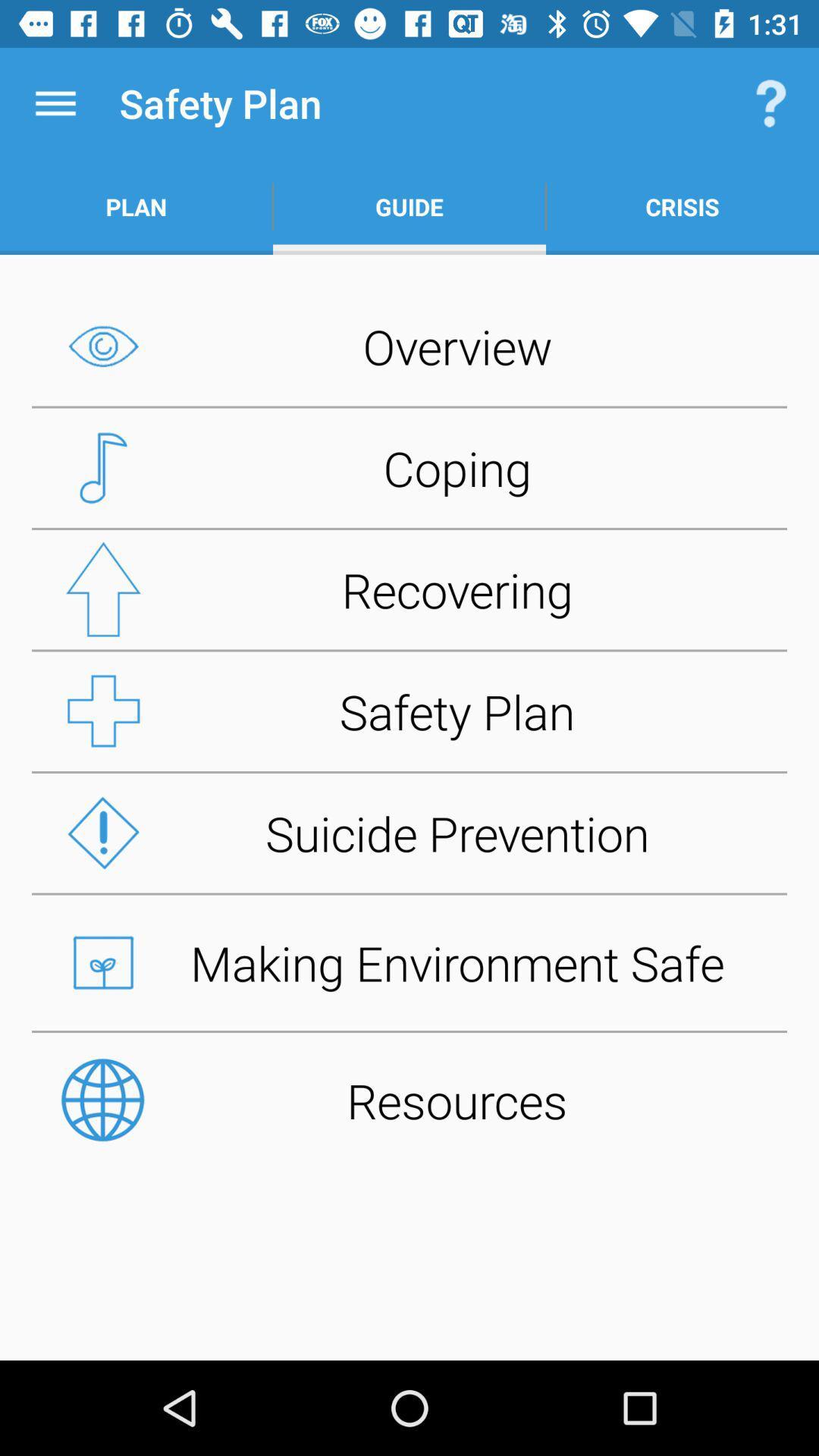 Image resolution: width=819 pixels, height=1456 pixels. I want to click on recovering button, so click(409, 588).